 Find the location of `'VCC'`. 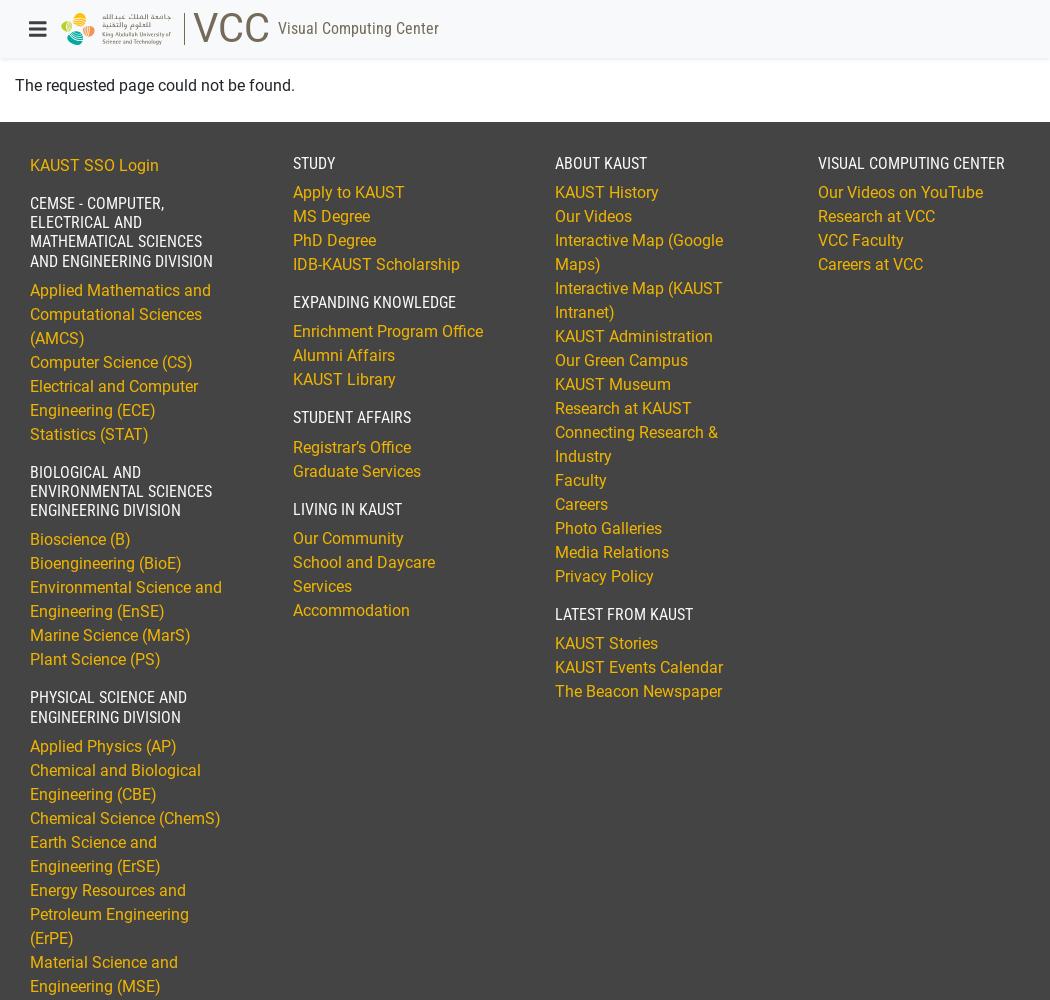

'VCC' is located at coordinates (230, 28).